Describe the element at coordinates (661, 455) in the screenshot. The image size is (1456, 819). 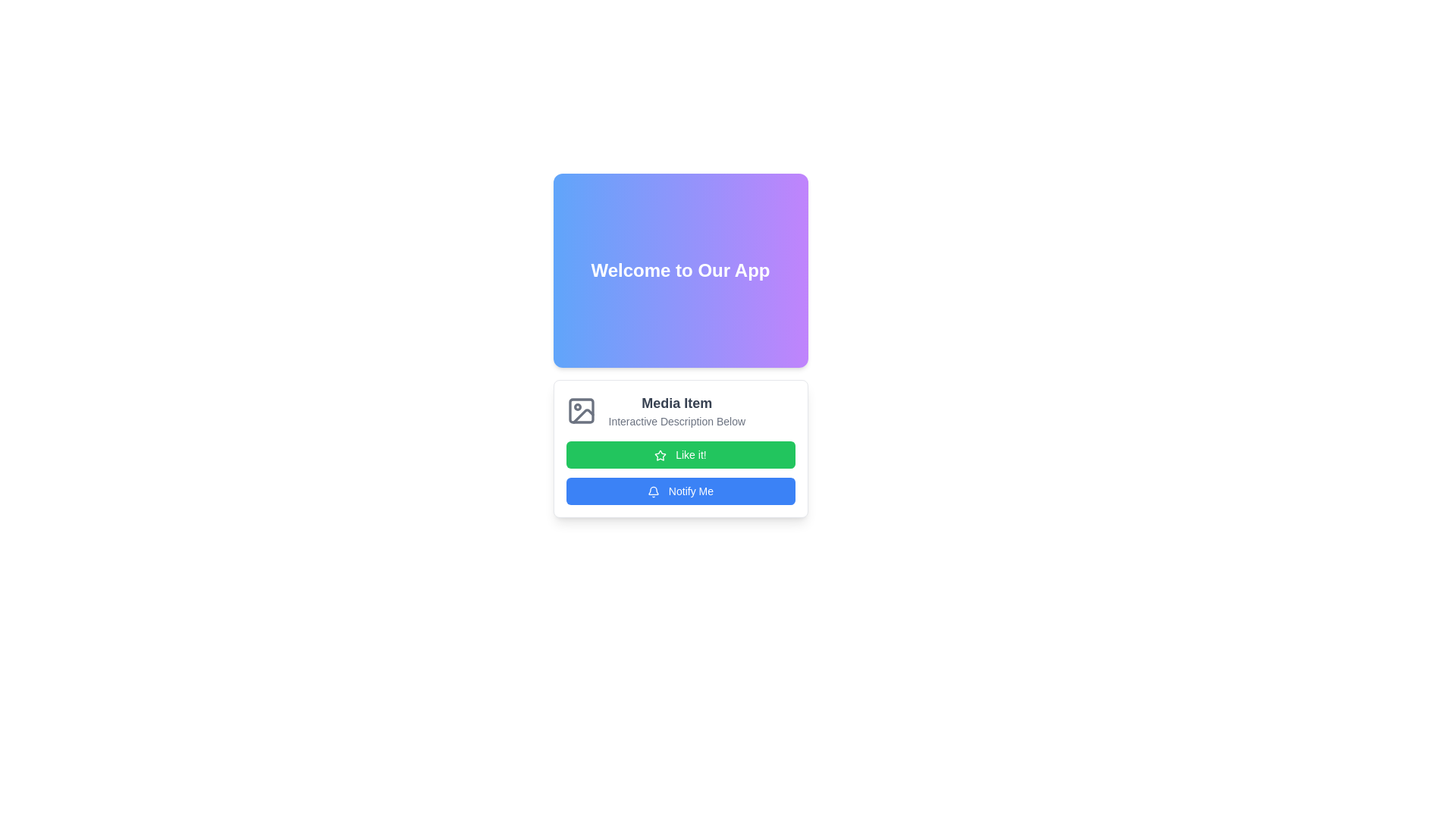
I see `the star icon located near the top right corner of the 'Like it!' green button to indicate a selection or favorite status` at that location.